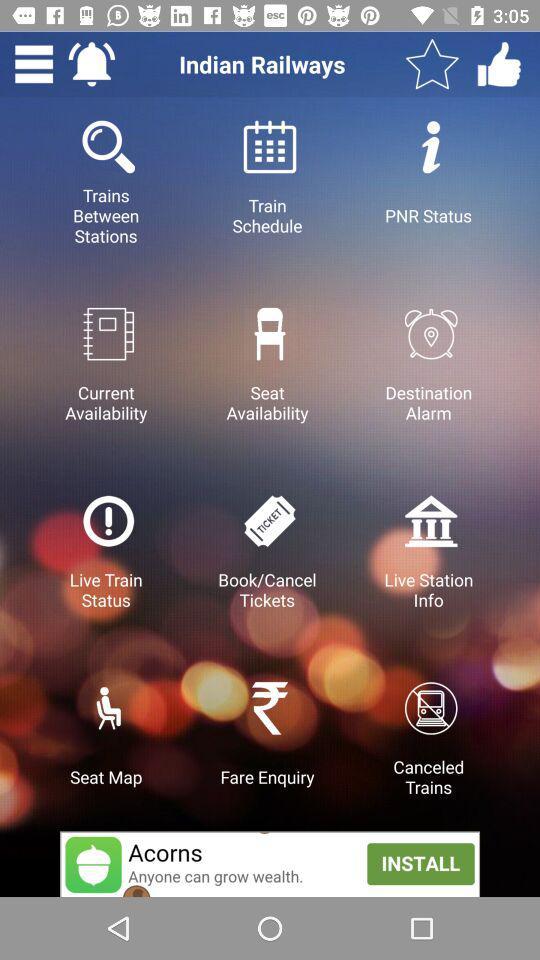  Describe the element at coordinates (270, 863) in the screenshot. I see `advertisement click` at that location.